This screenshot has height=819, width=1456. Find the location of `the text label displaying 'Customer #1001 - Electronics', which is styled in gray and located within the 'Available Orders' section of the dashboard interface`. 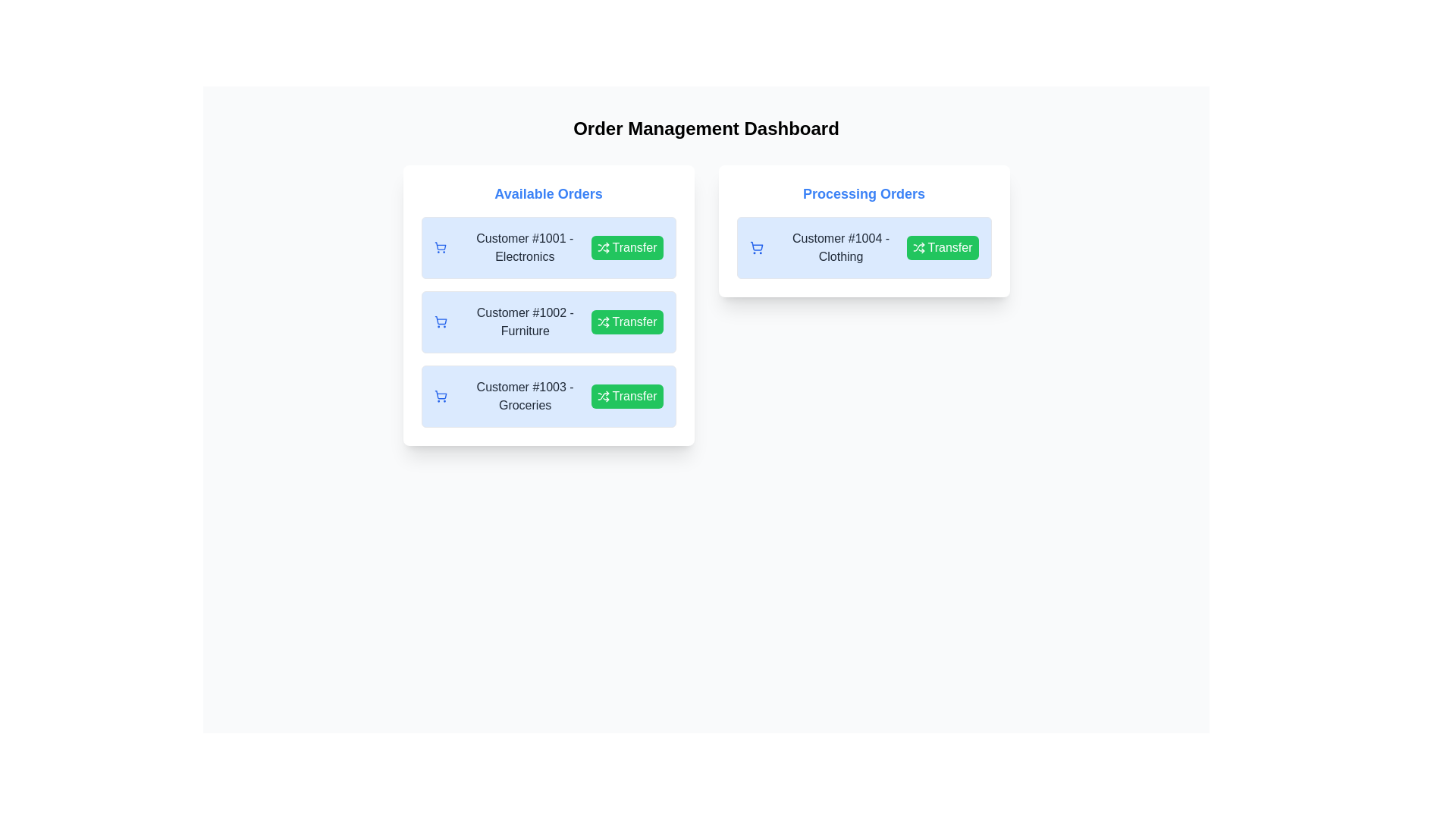

the text label displaying 'Customer #1001 - Electronics', which is styled in gray and located within the 'Available Orders' section of the dashboard interface is located at coordinates (525, 247).